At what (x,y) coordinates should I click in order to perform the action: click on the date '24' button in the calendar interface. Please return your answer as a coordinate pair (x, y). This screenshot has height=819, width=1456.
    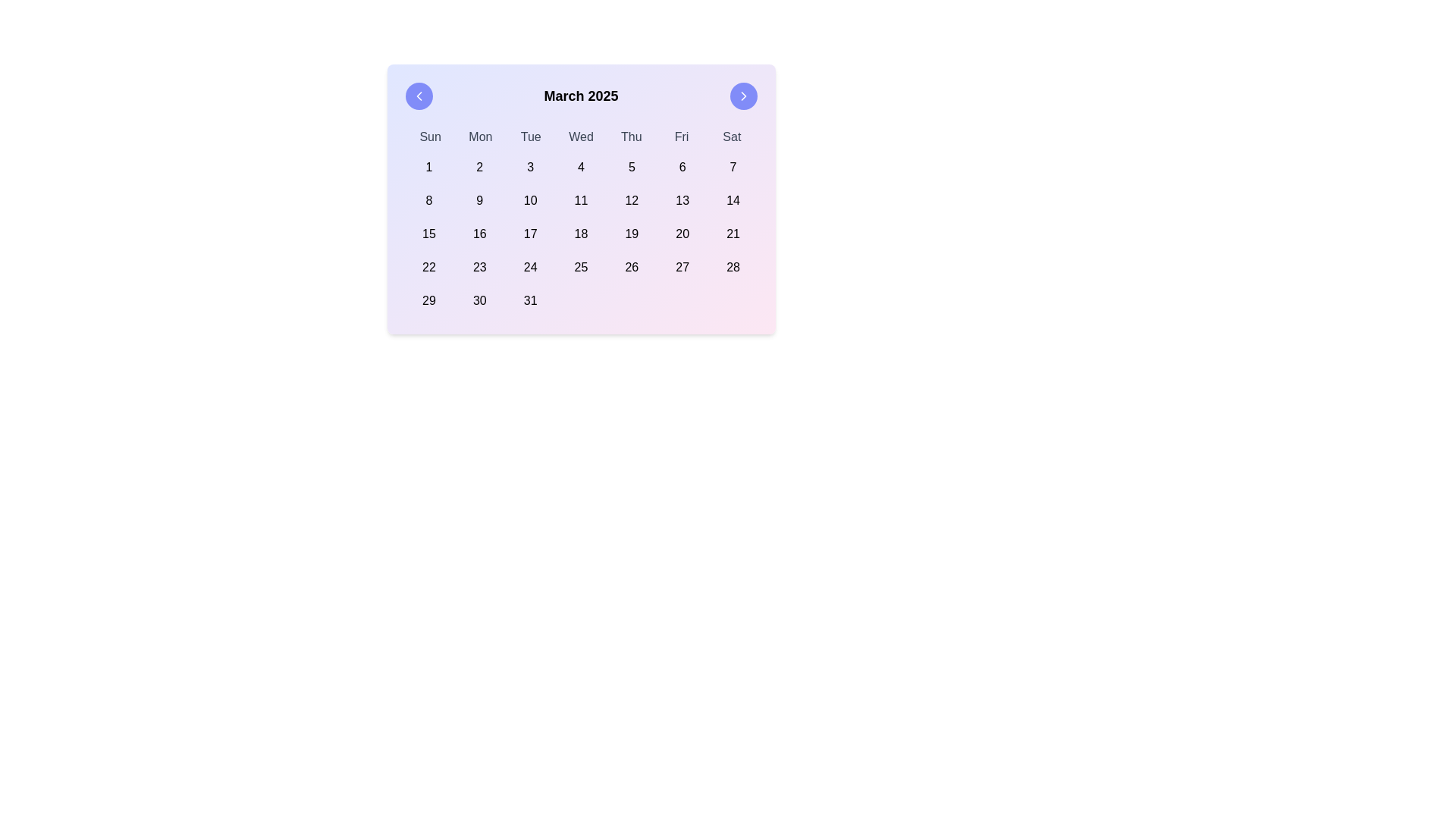
    Looking at the image, I should click on (530, 267).